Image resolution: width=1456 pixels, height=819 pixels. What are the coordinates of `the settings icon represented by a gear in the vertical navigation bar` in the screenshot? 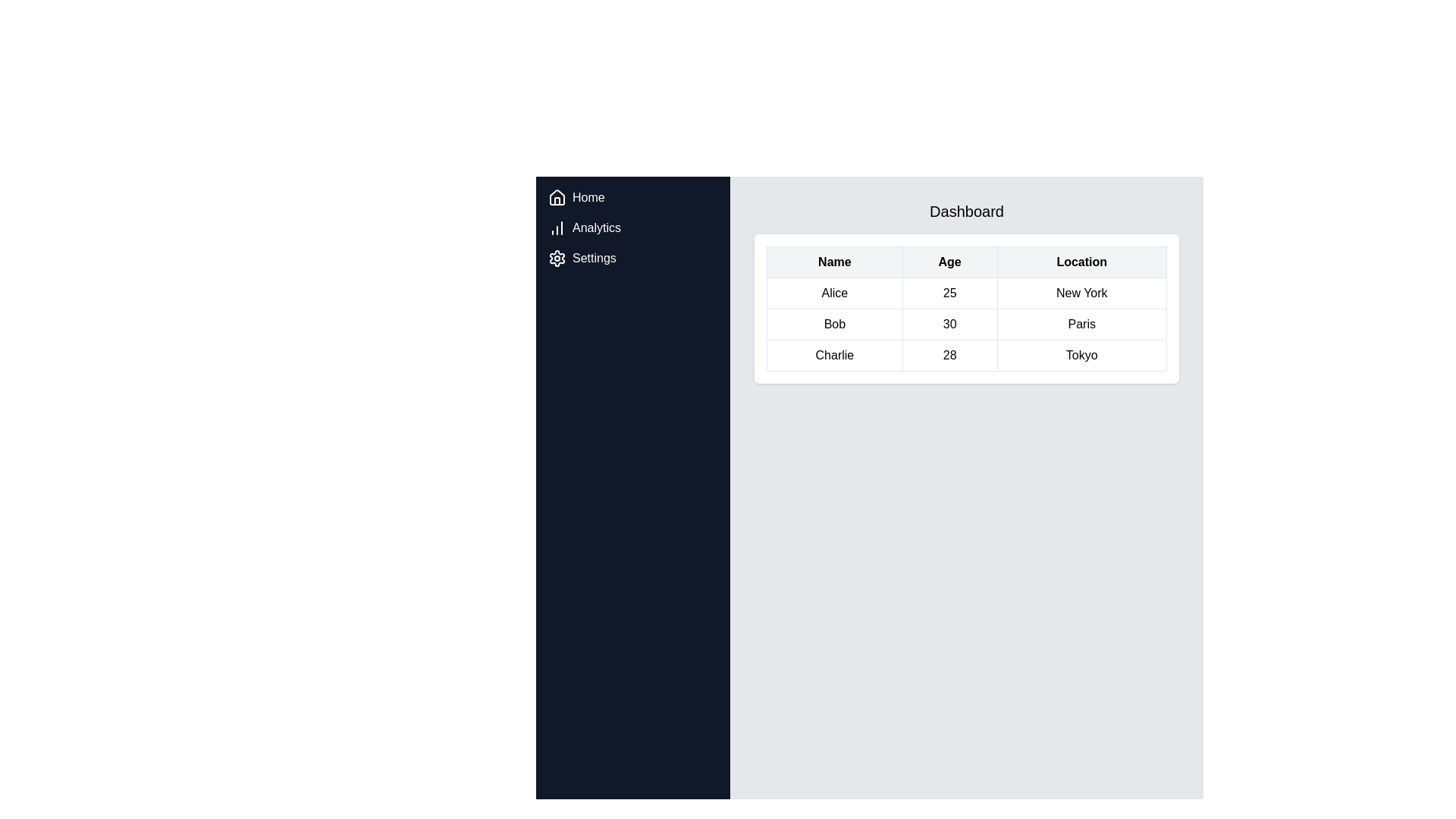 It's located at (556, 257).